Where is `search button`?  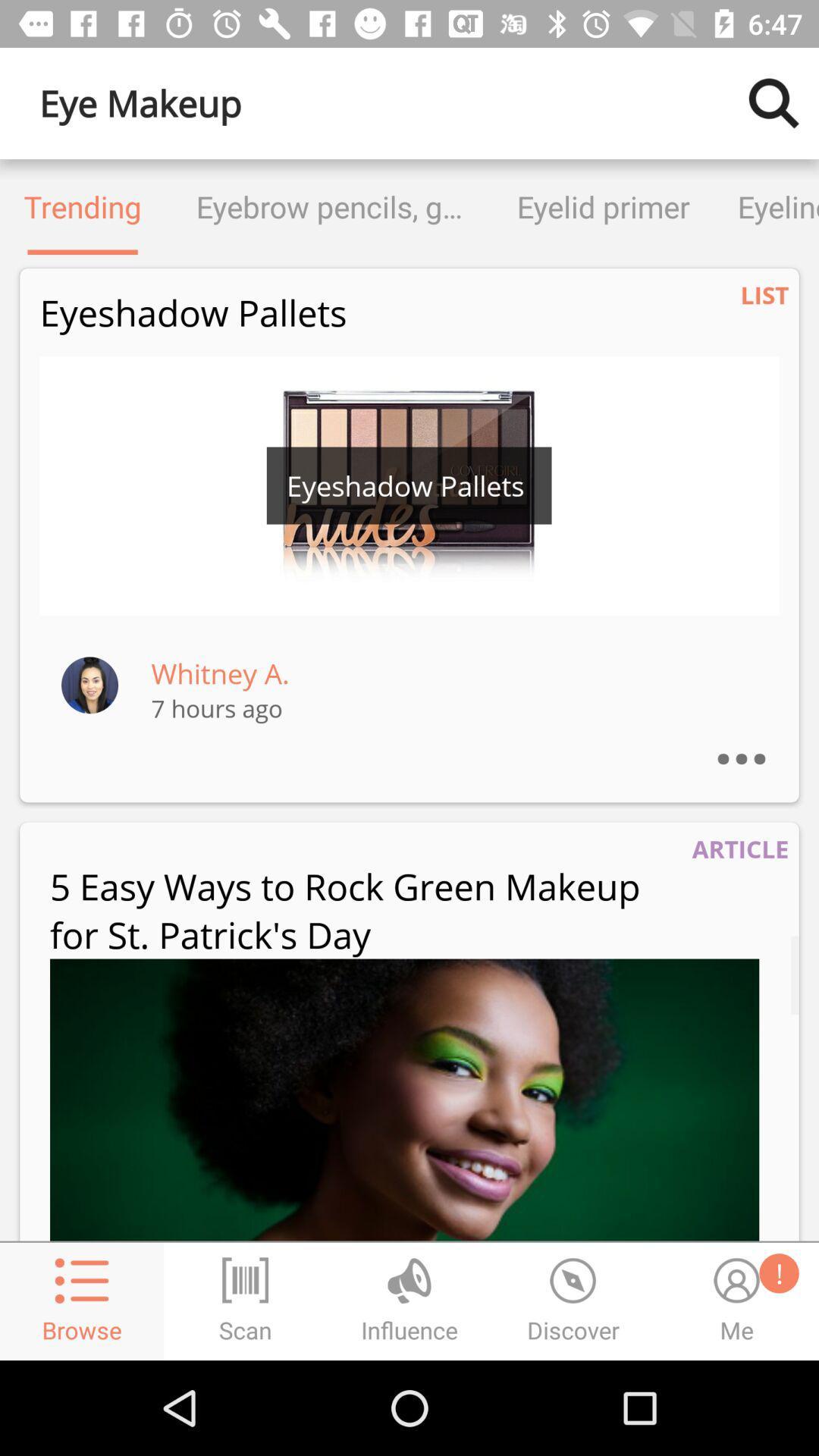
search button is located at coordinates (773, 102).